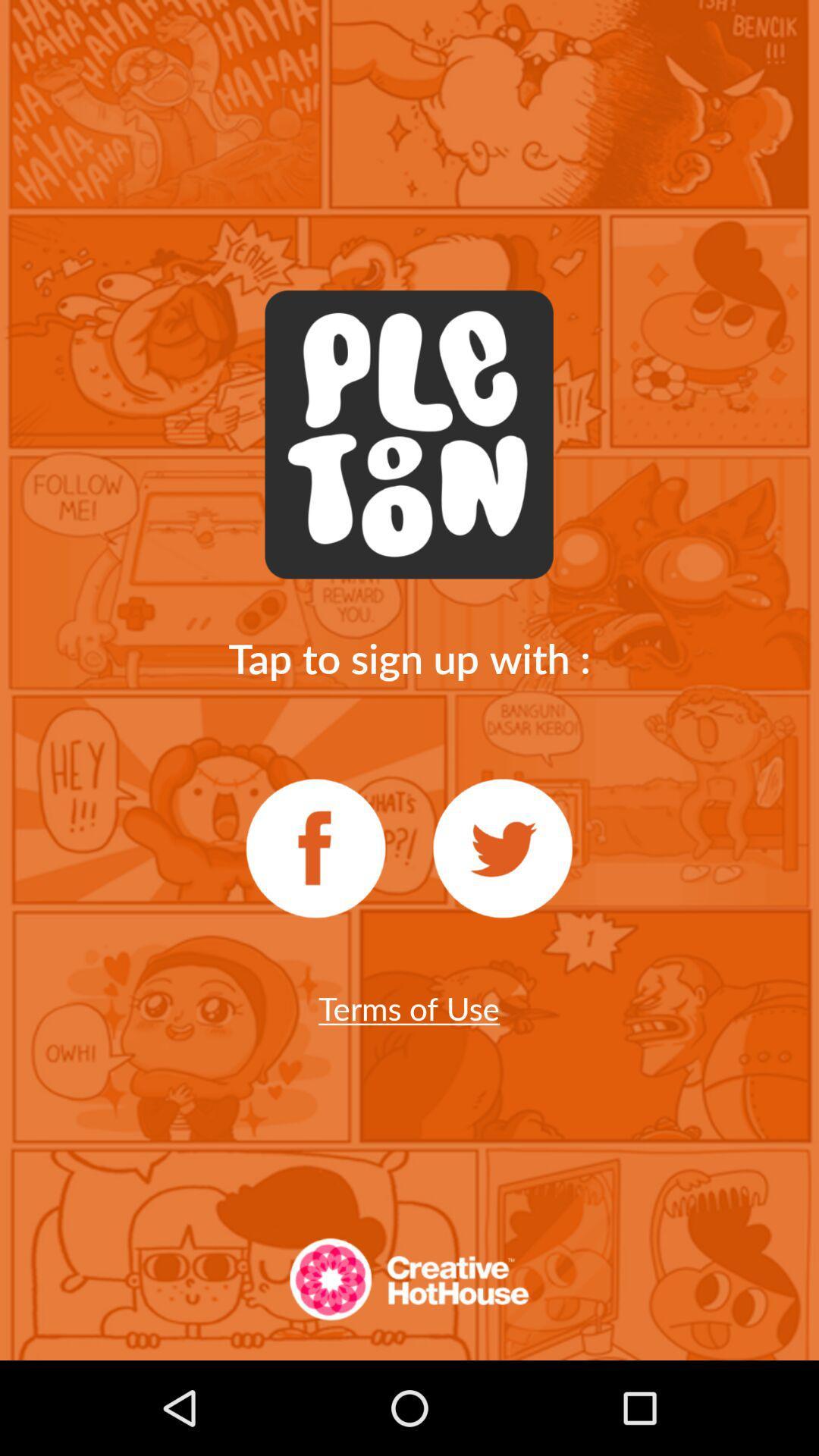 The height and width of the screenshot is (1456, 819). I want to click on sign up with twitter, so click(503, 848).